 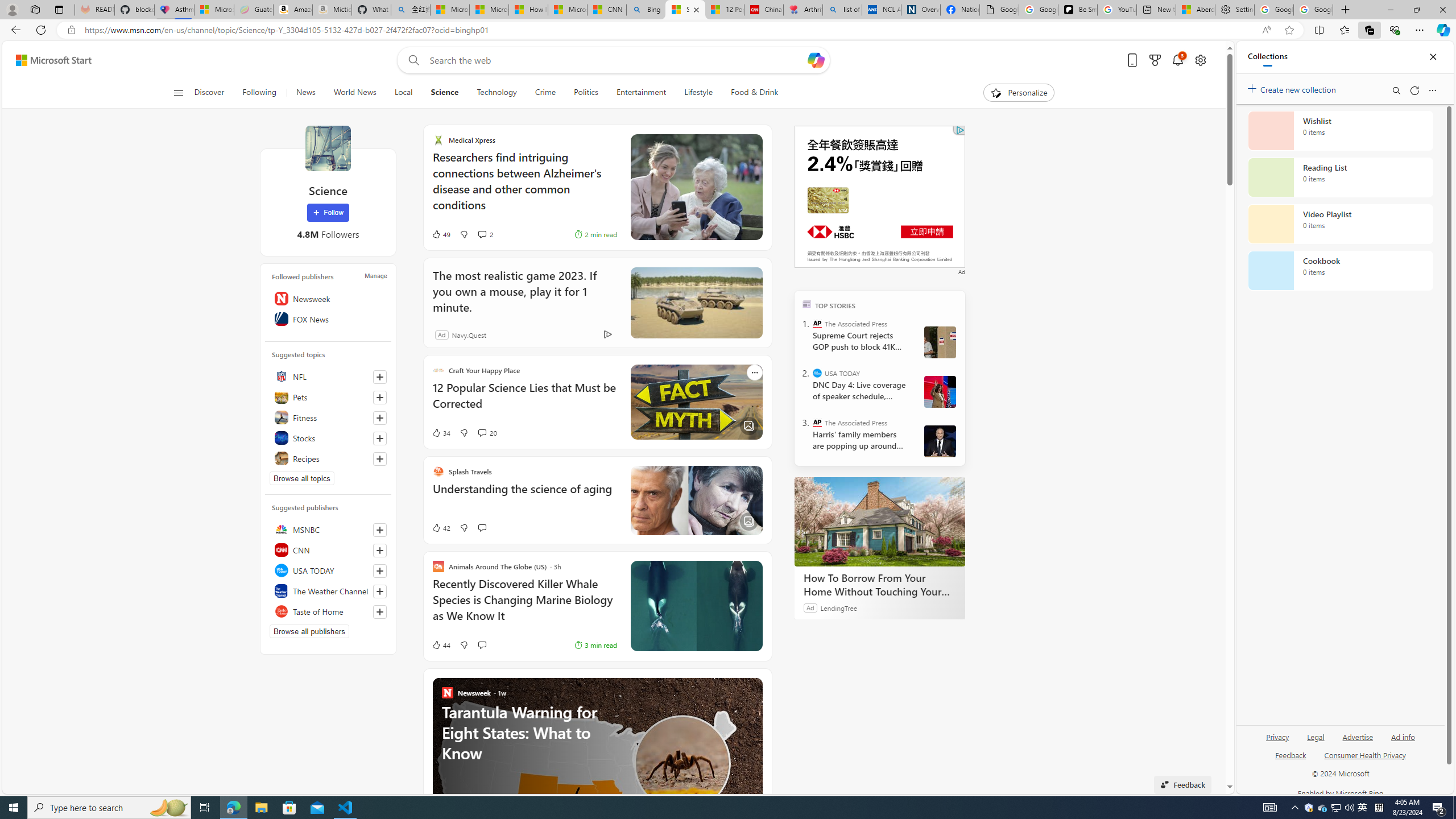 I want to click on 'Newsweek', so click(x=327, y=298).